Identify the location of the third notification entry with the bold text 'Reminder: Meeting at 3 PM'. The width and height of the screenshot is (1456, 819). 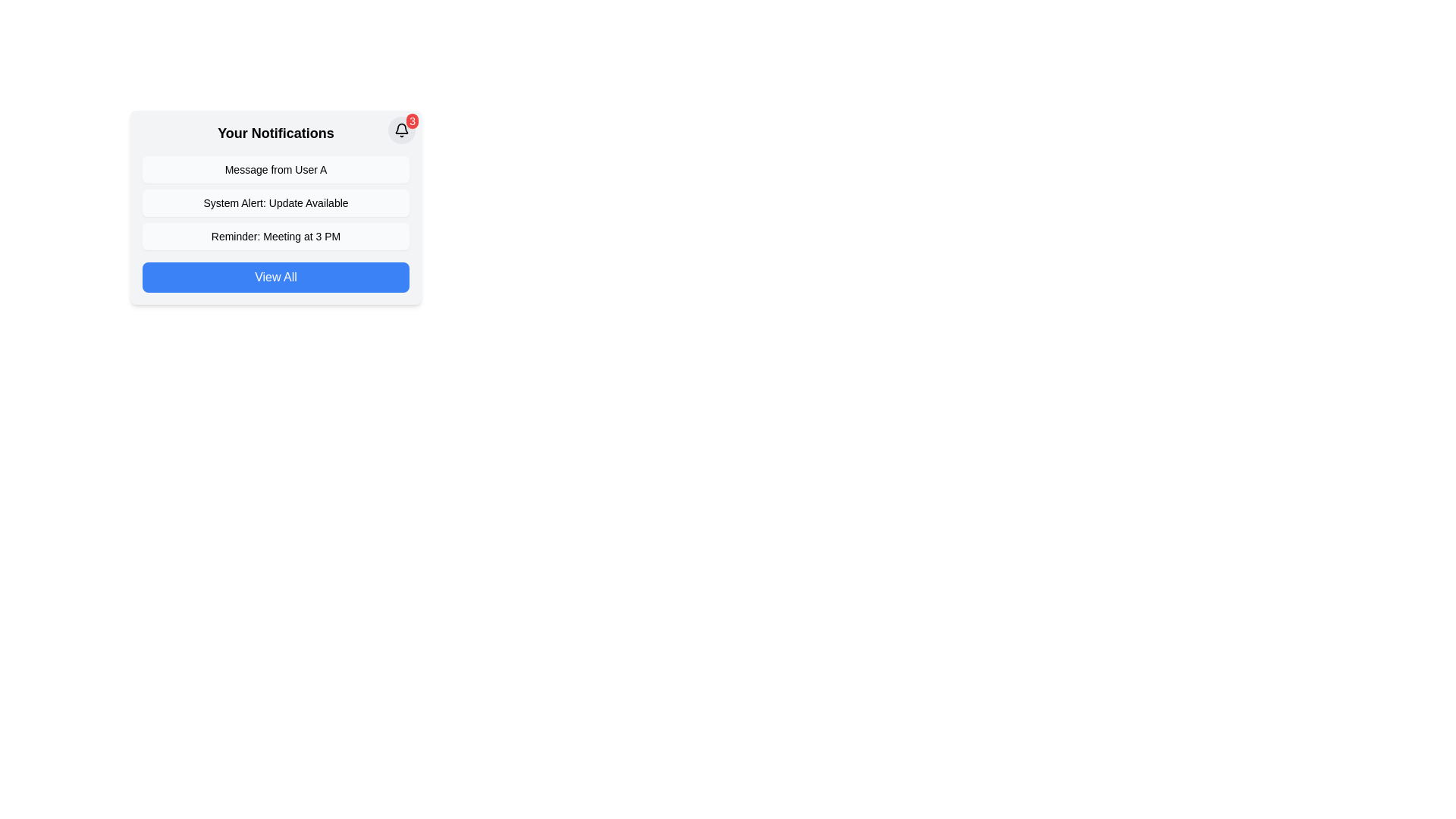
(276, 237).